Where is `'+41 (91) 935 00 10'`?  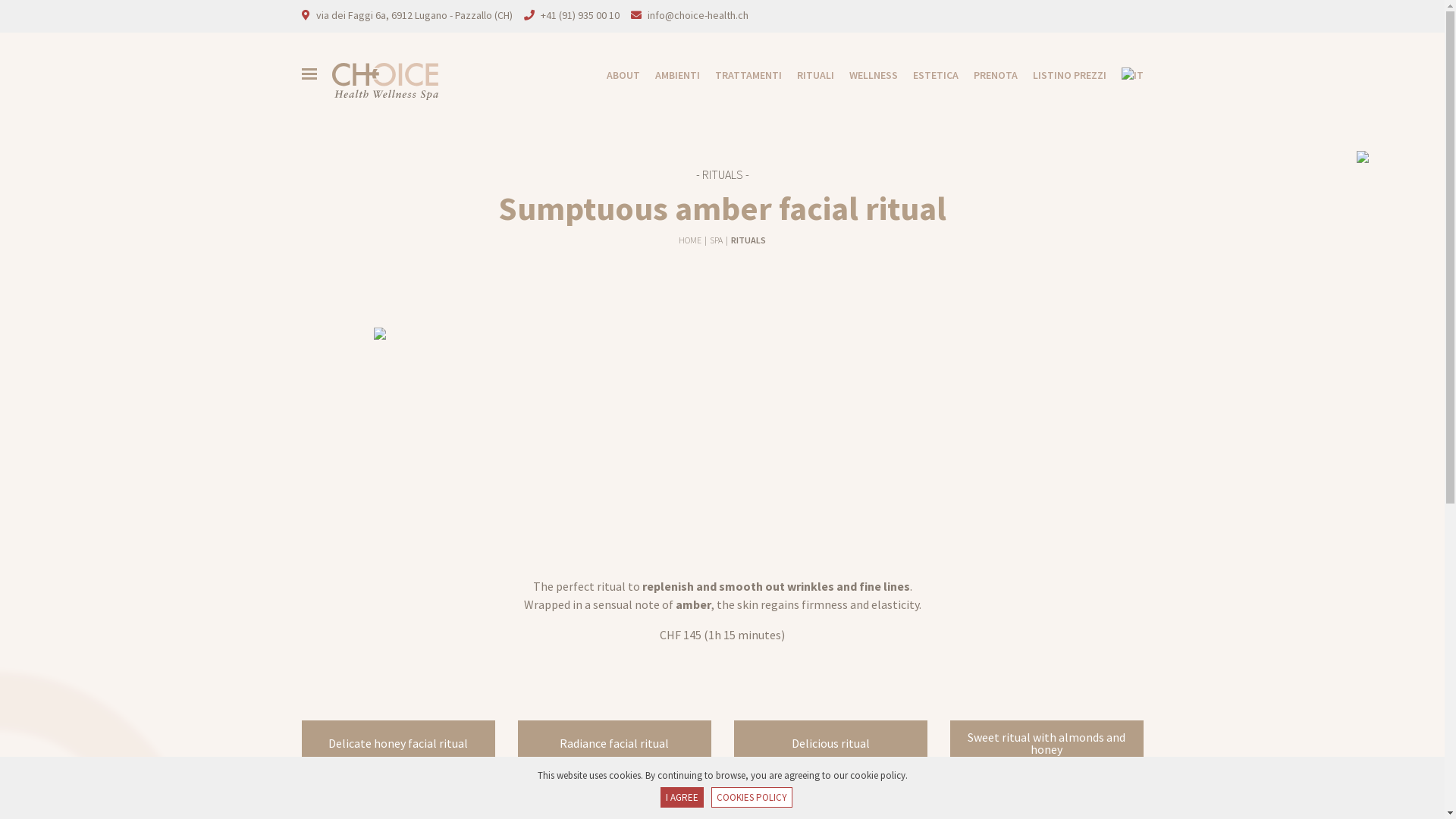
'+41 (91) 935 00 10' is located at coordinates (578, 14).